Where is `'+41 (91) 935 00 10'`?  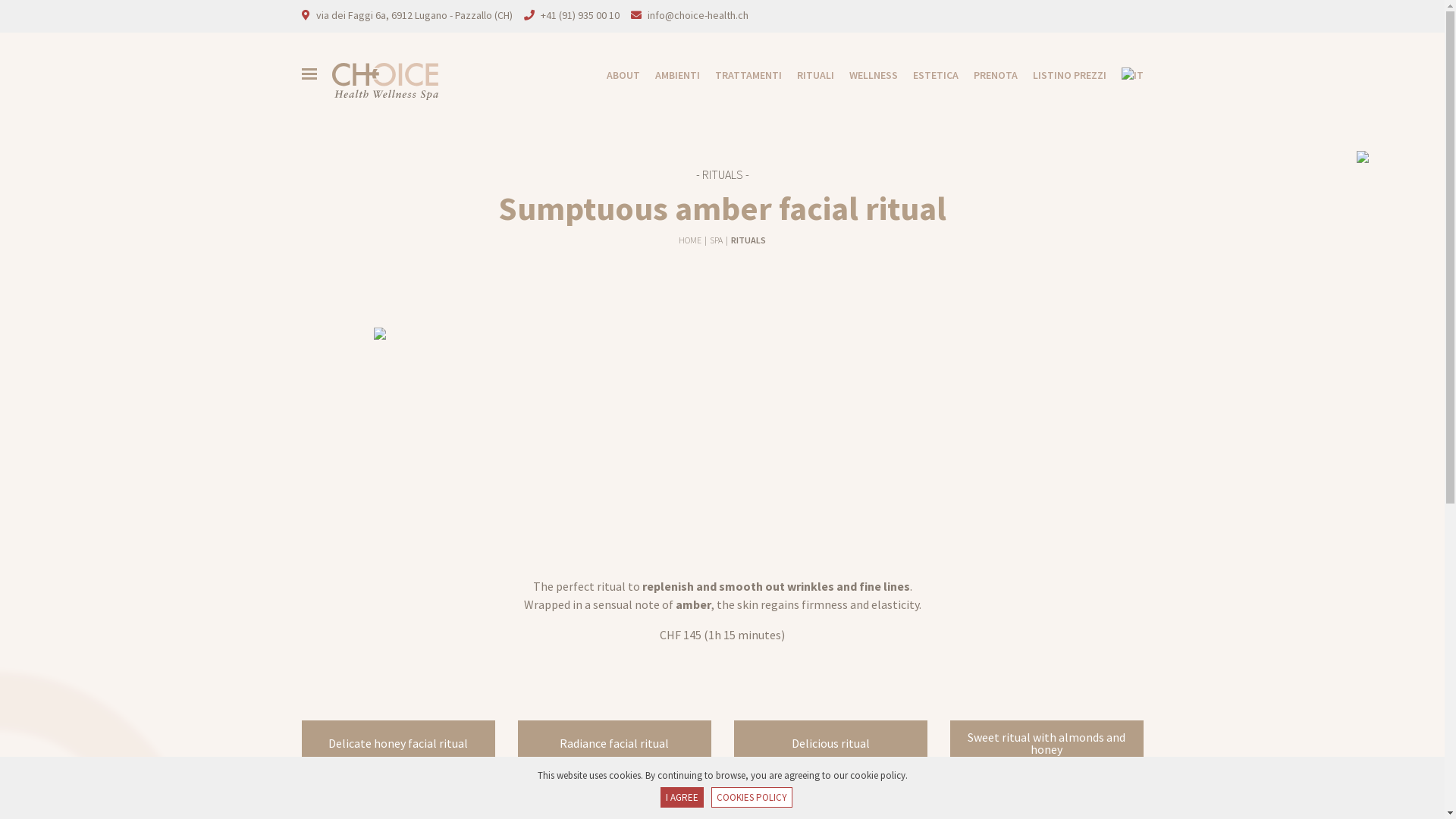
'+41 (91) 935 00 10' is located at coordinates (578, 14).